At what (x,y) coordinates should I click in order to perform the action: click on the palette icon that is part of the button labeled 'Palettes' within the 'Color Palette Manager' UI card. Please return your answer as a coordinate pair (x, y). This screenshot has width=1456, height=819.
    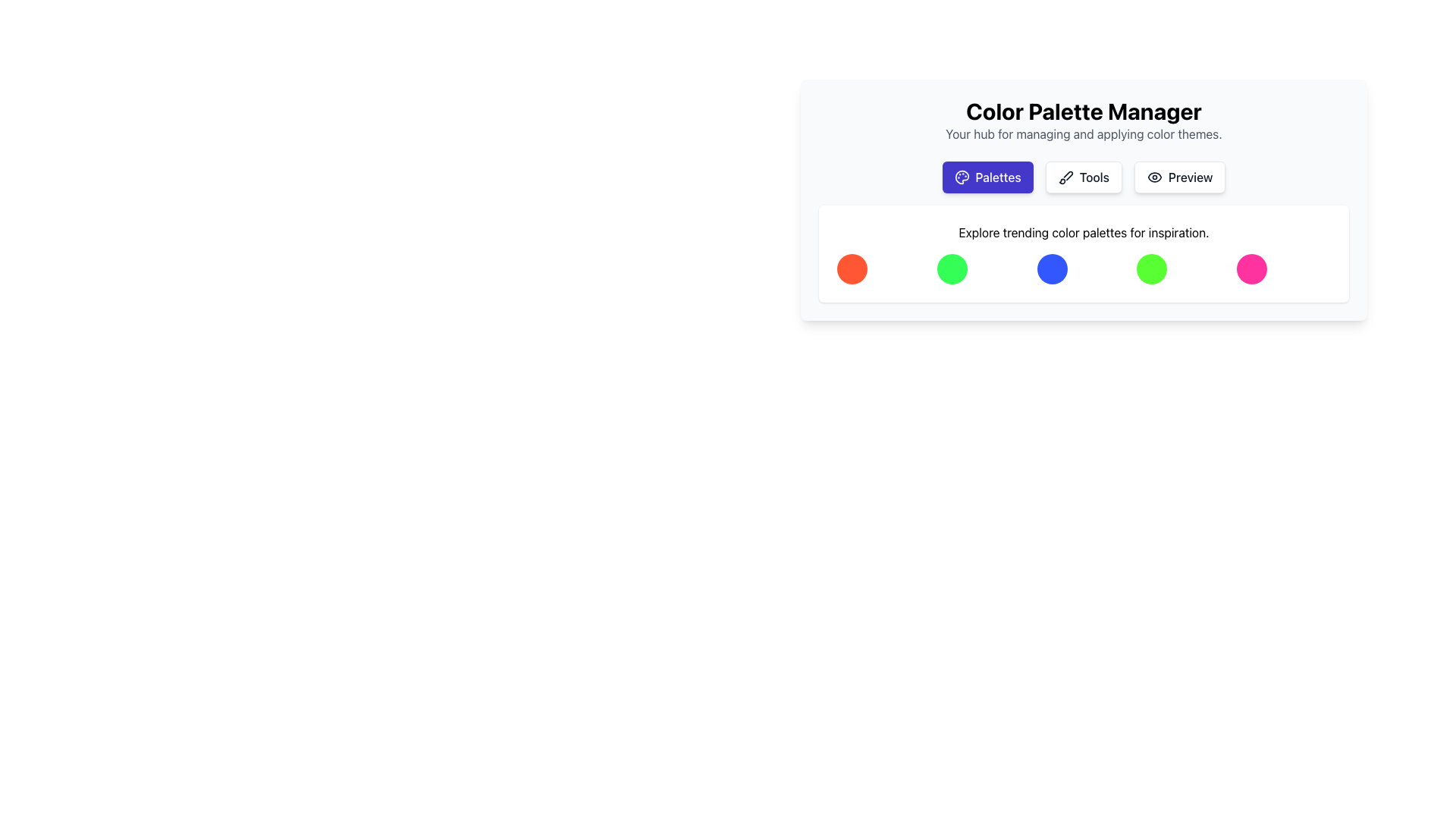
    Looking at the image, I should click on (961, 177).